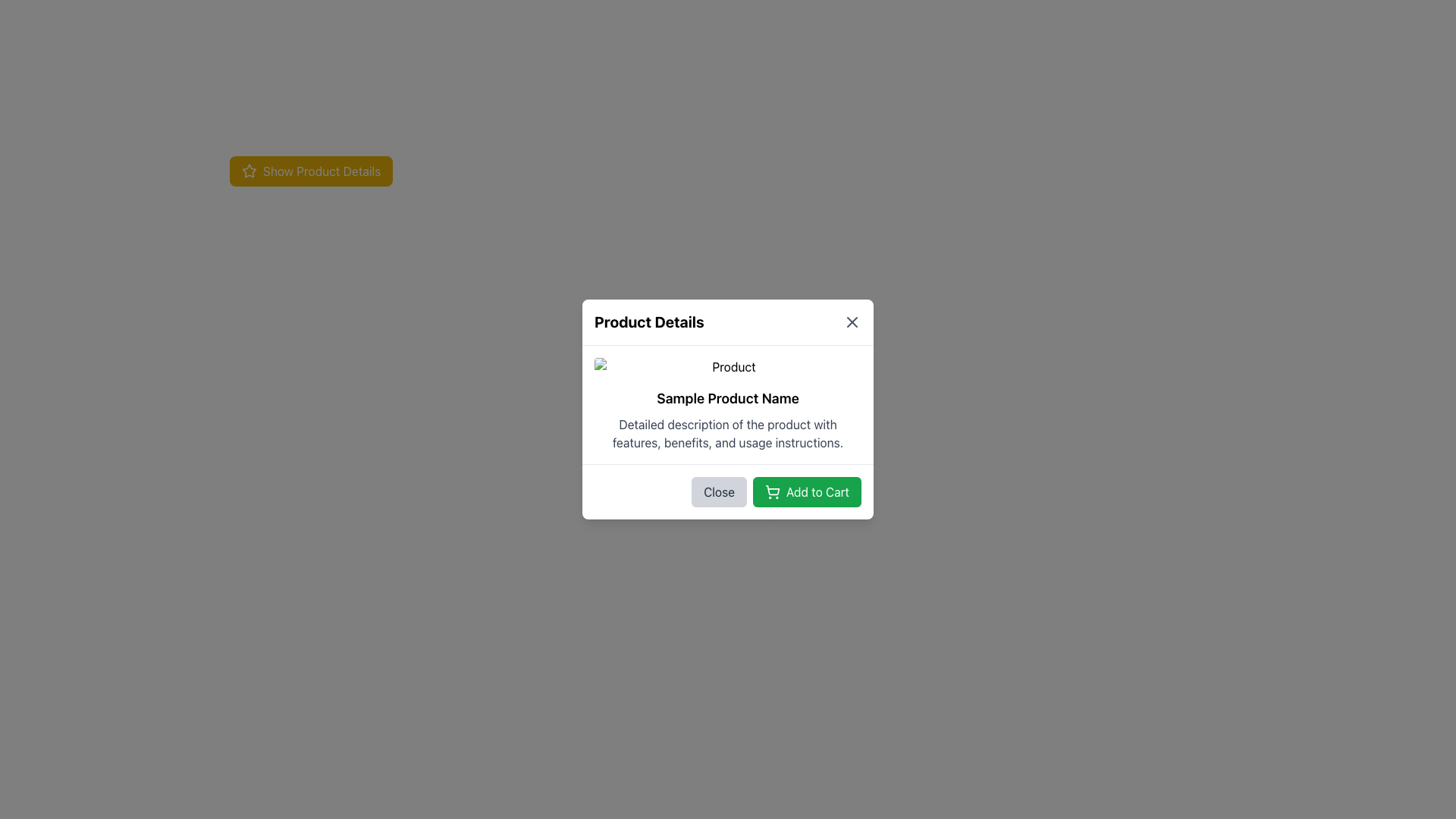 This screenshot has height=819, width=1456. What do you see at coordinates (718, 491) in the screenshot?
I see `the close button located at the bottom-left corner of the modal dialog` at bounding box center [718, 491].